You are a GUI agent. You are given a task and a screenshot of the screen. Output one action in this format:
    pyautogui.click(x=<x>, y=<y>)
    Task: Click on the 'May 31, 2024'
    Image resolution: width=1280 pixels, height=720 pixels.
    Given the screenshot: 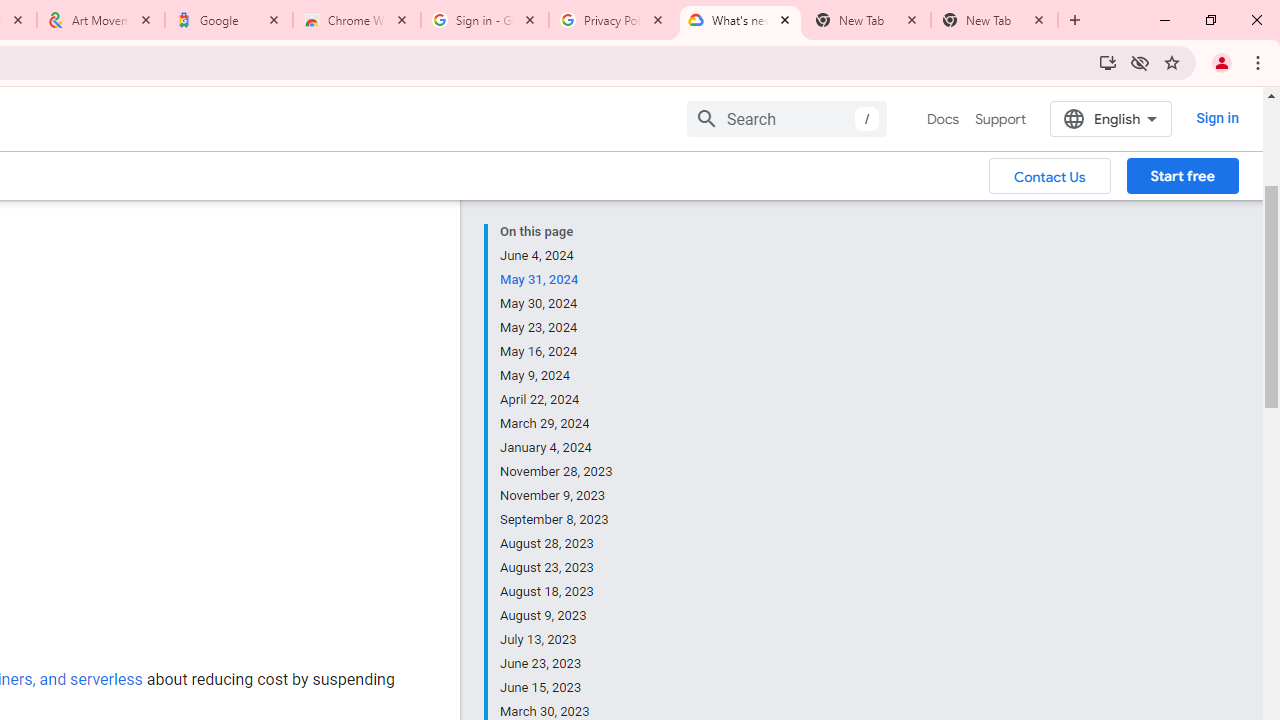 What is the action you would take?
    pyautogui.click(x=557, y=280)
    